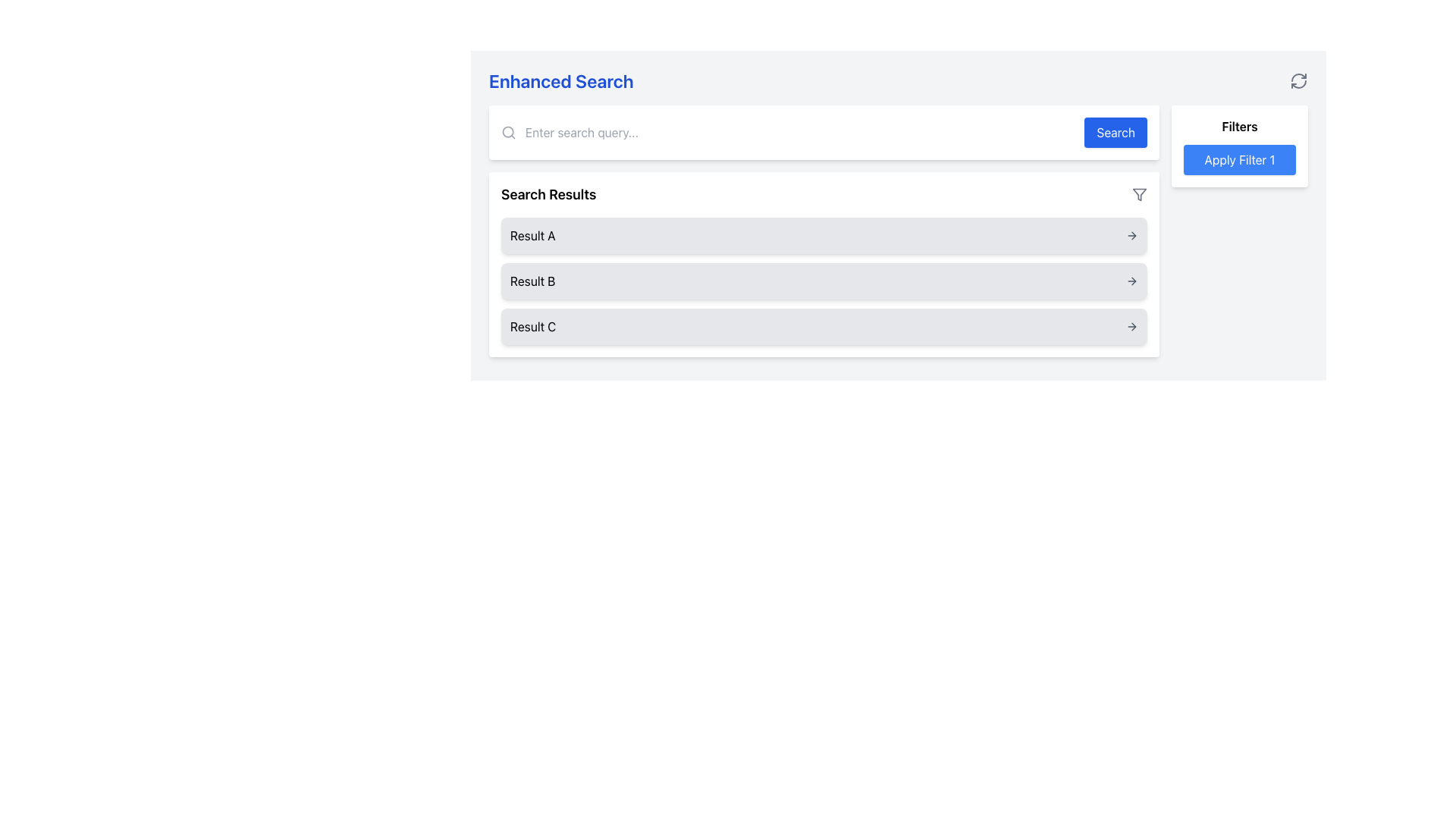  Describe the element at coordinates (1134, 326) in the screenshot. I see `the rightward pointing arrowhead icon located next to the third list item in the 'Search Results' section` at that location.